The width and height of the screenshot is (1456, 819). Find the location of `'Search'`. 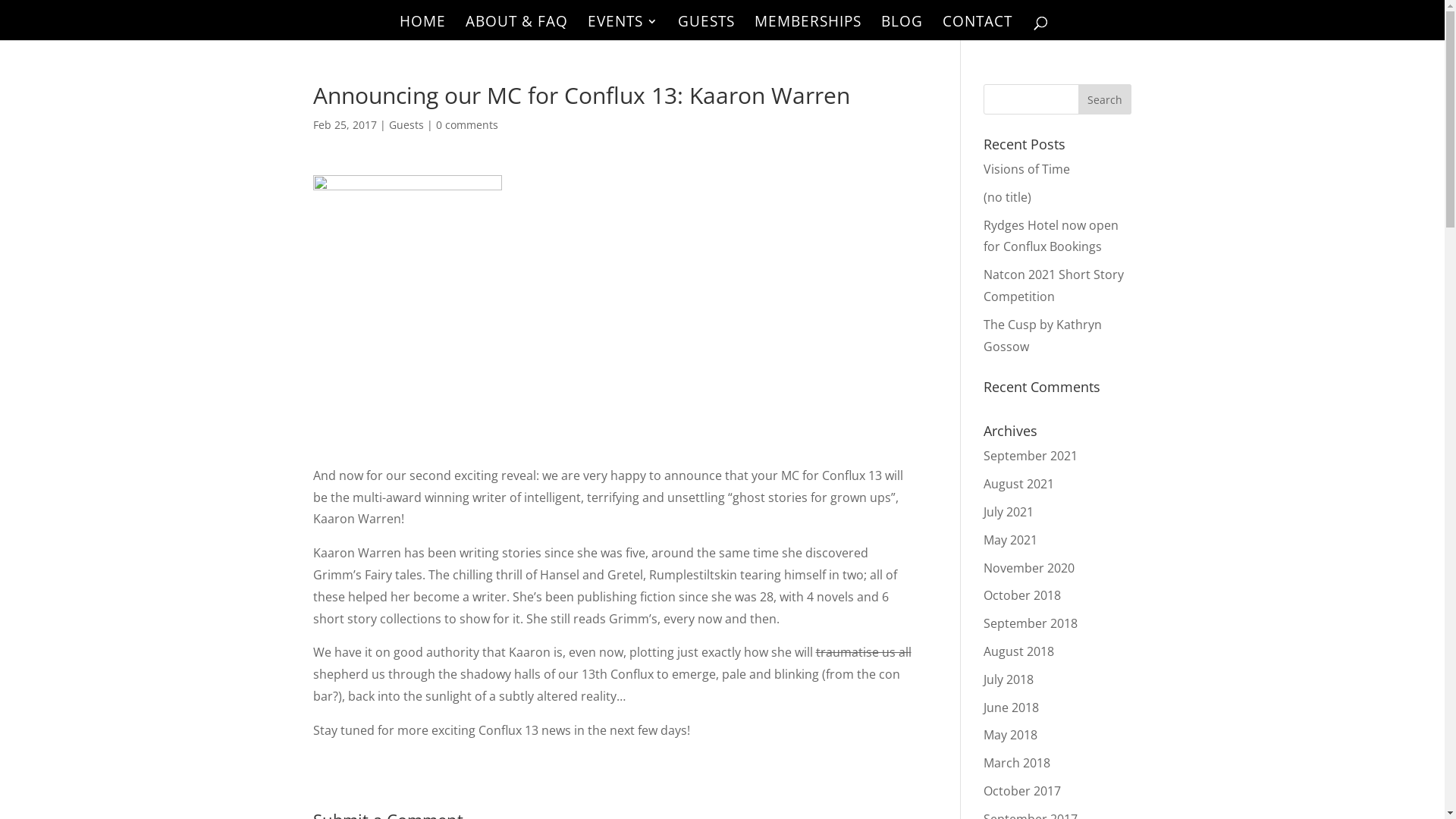

'Search' is located at coordinates (1105, 99).